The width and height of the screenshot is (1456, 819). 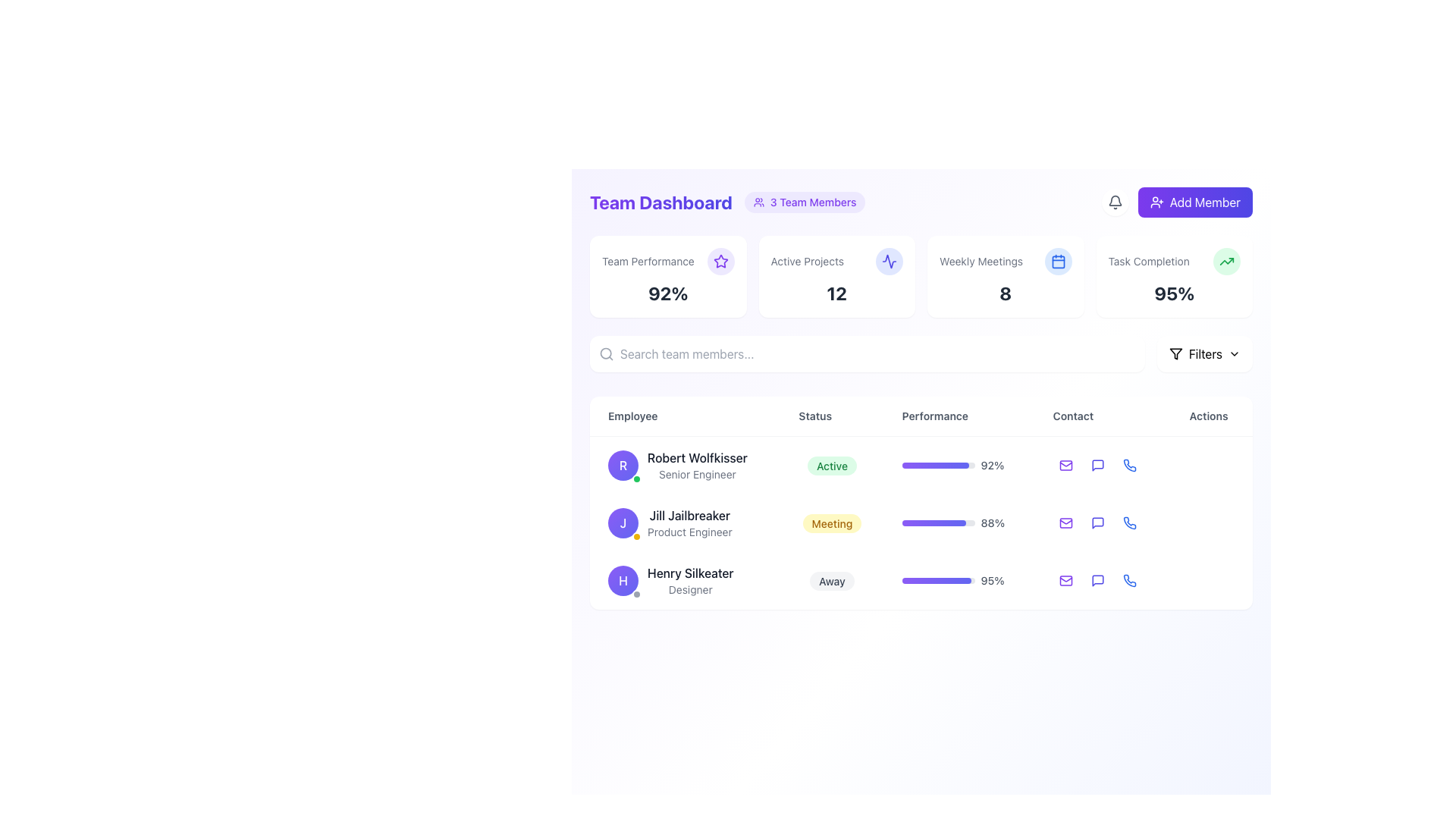 I want to click on the Ellipsis menu button in the Actions column for the row of Robert Wolfkisser, so click(x=1211, y=464).